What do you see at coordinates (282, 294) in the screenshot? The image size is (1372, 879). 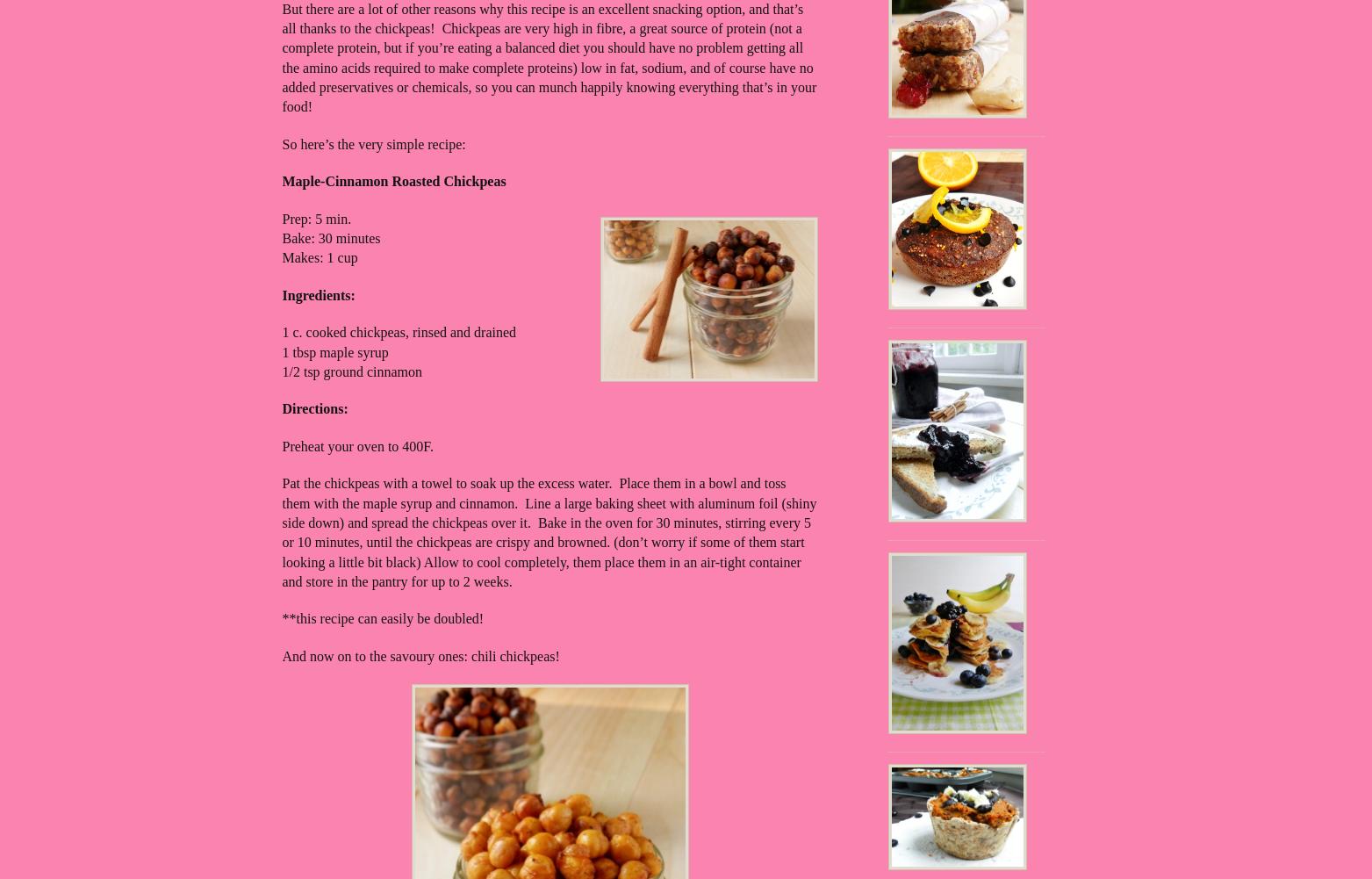 I see `'Ingredients:'` at bounding box center [282, 294].